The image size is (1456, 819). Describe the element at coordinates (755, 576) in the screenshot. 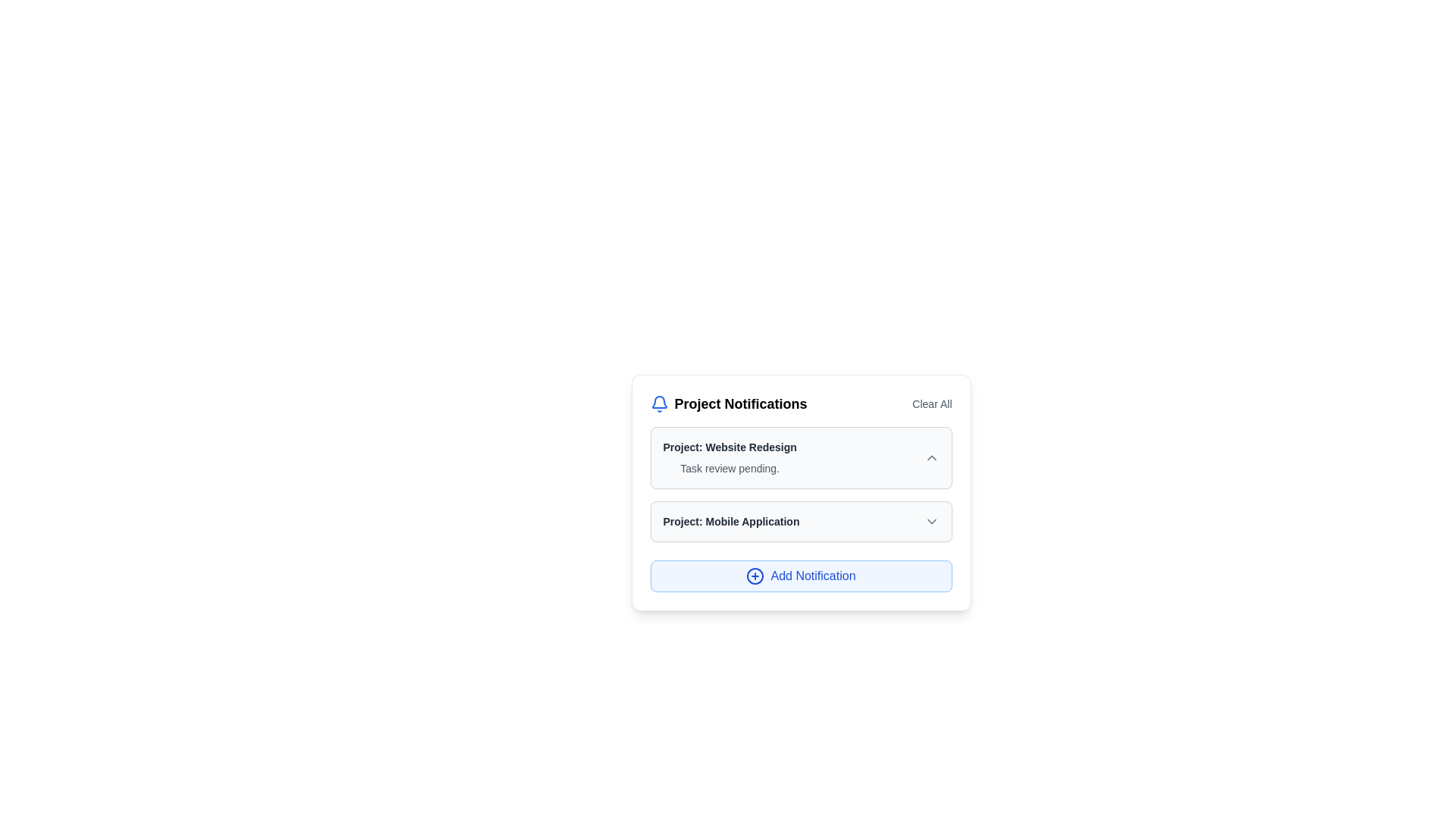

I see `the 'Add Notification' button which contains the circular icon, located at the bottom of the 'Project Notifications' section` at that location.